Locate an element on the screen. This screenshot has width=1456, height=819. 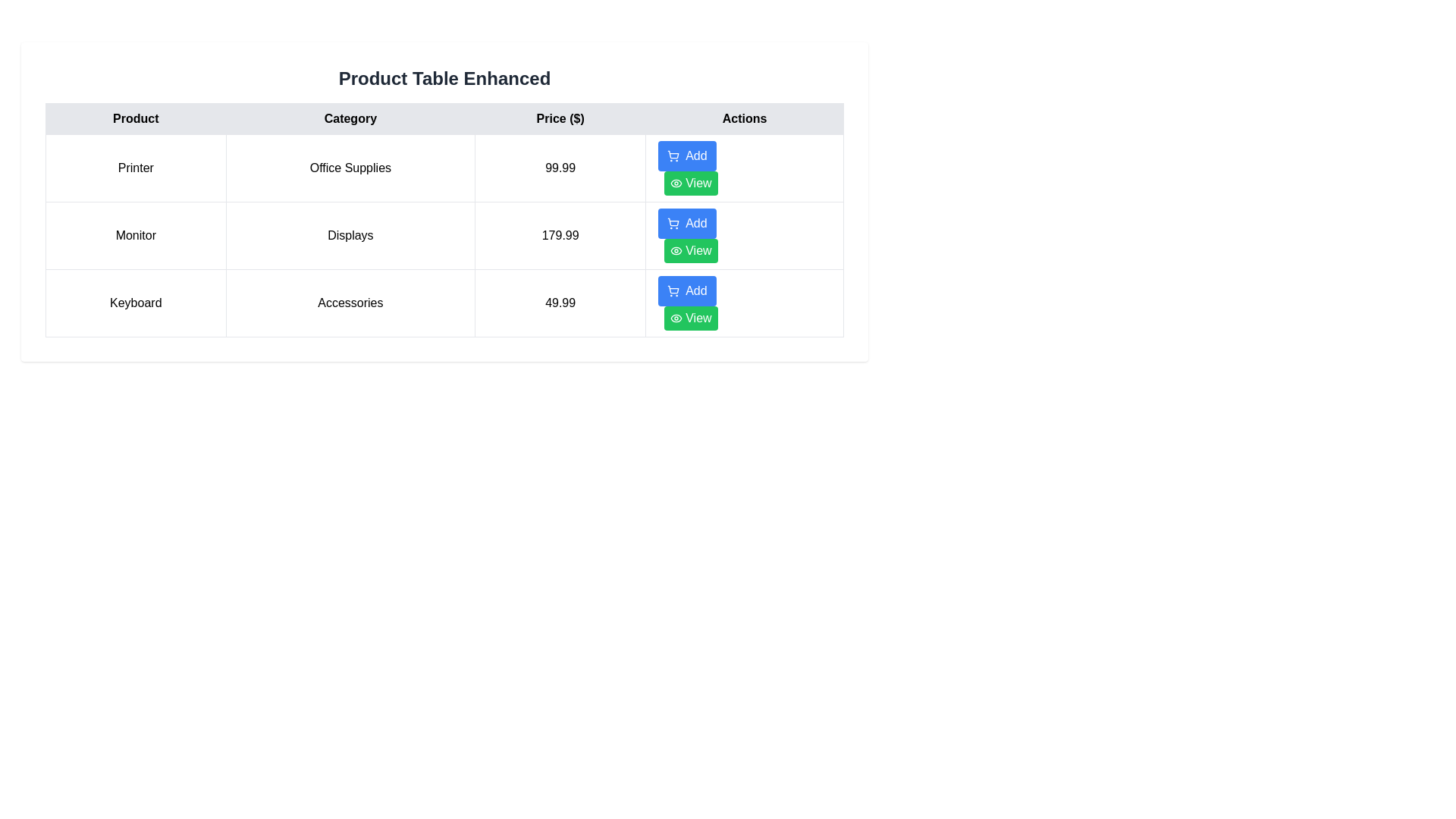
the 'Add' button in the 'Actions' column for the product 'Keyboard' is located at coordinates (686, 291).